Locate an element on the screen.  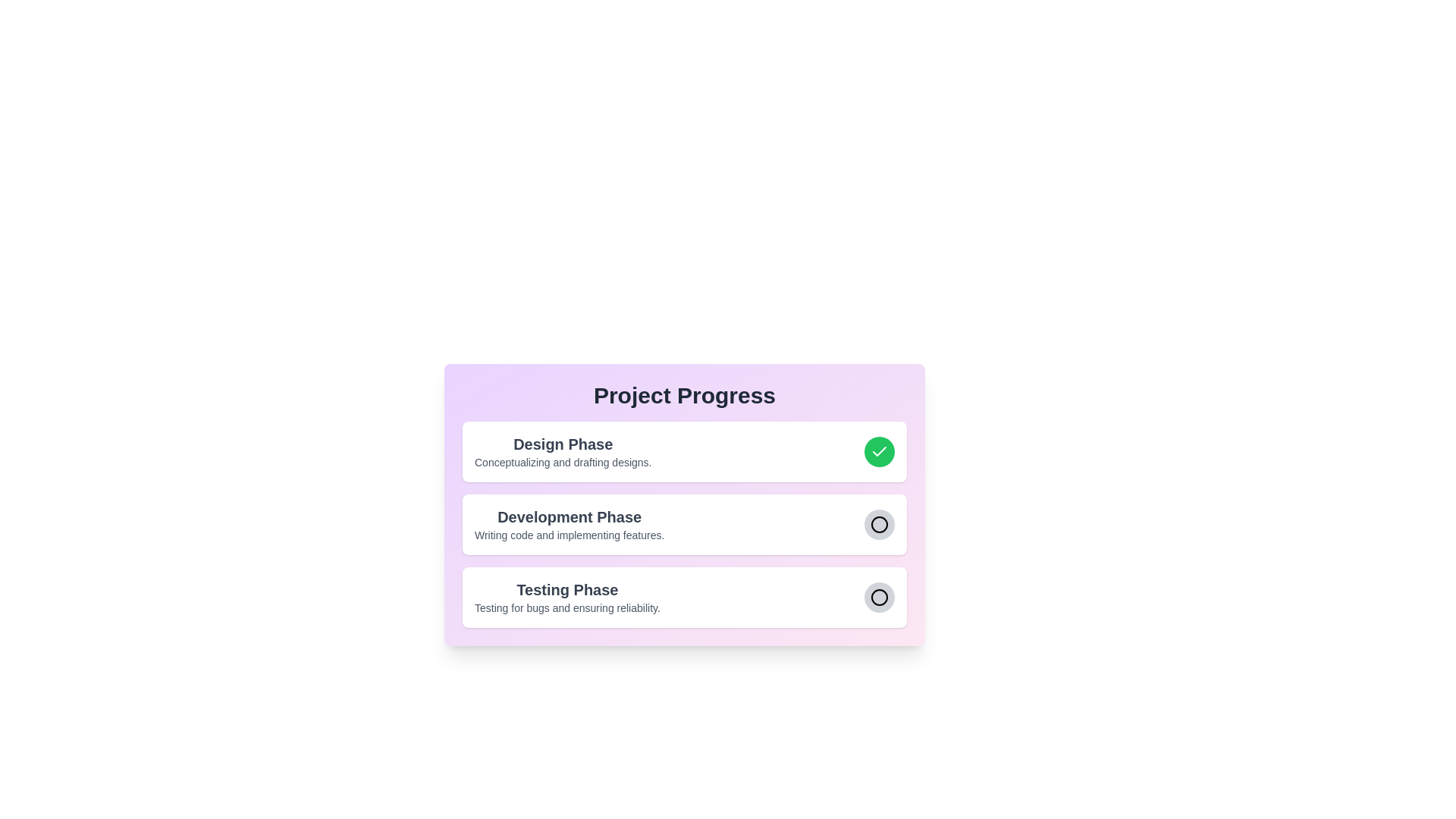
the circular icon outlined with a black stroke, located within the light gray circular button in the rightmost part of the 'Development Phase' row is located at coordinates (880, 596).